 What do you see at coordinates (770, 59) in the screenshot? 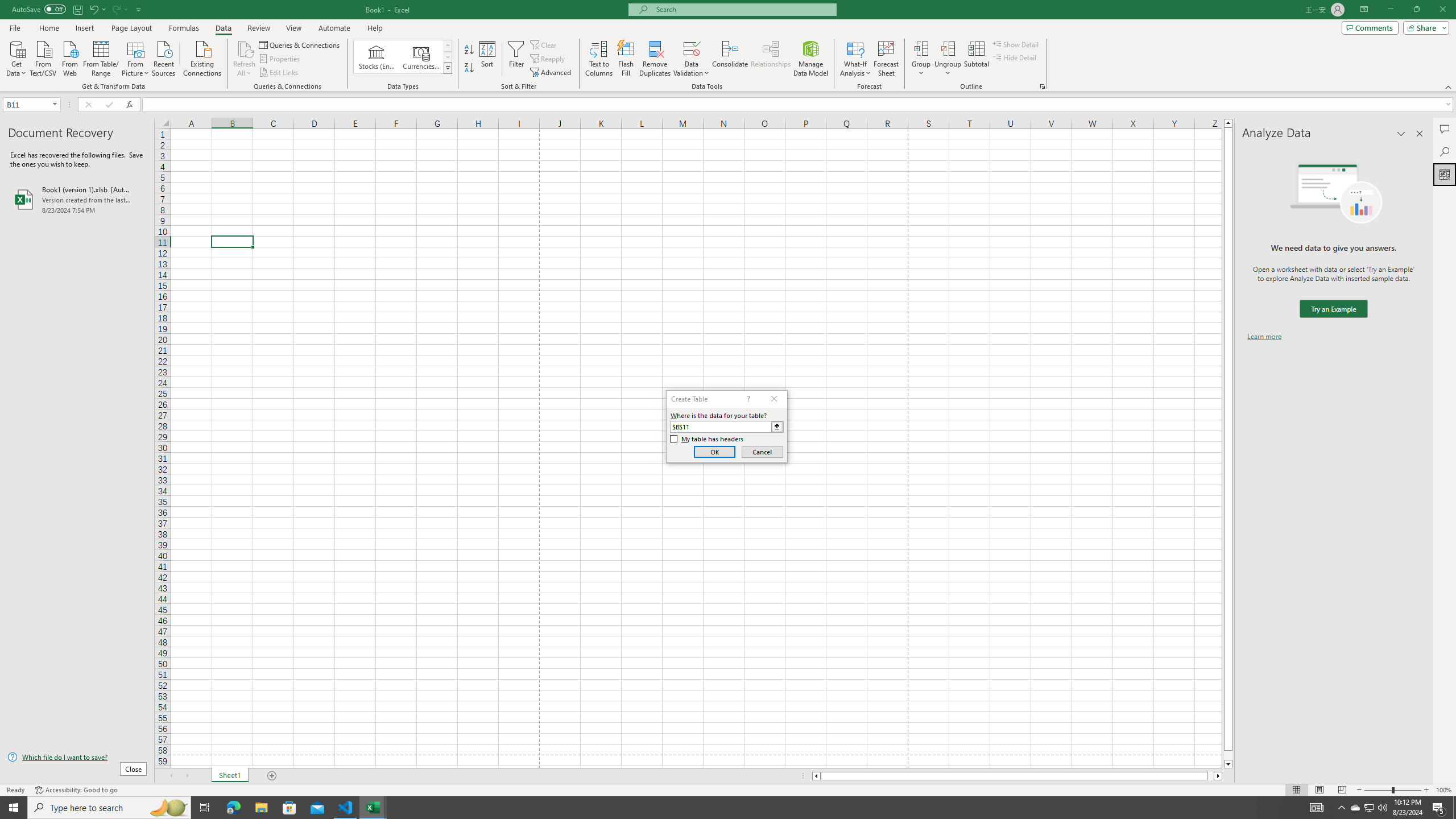
I see `'Relationships'` at bounding box center [770, 59].